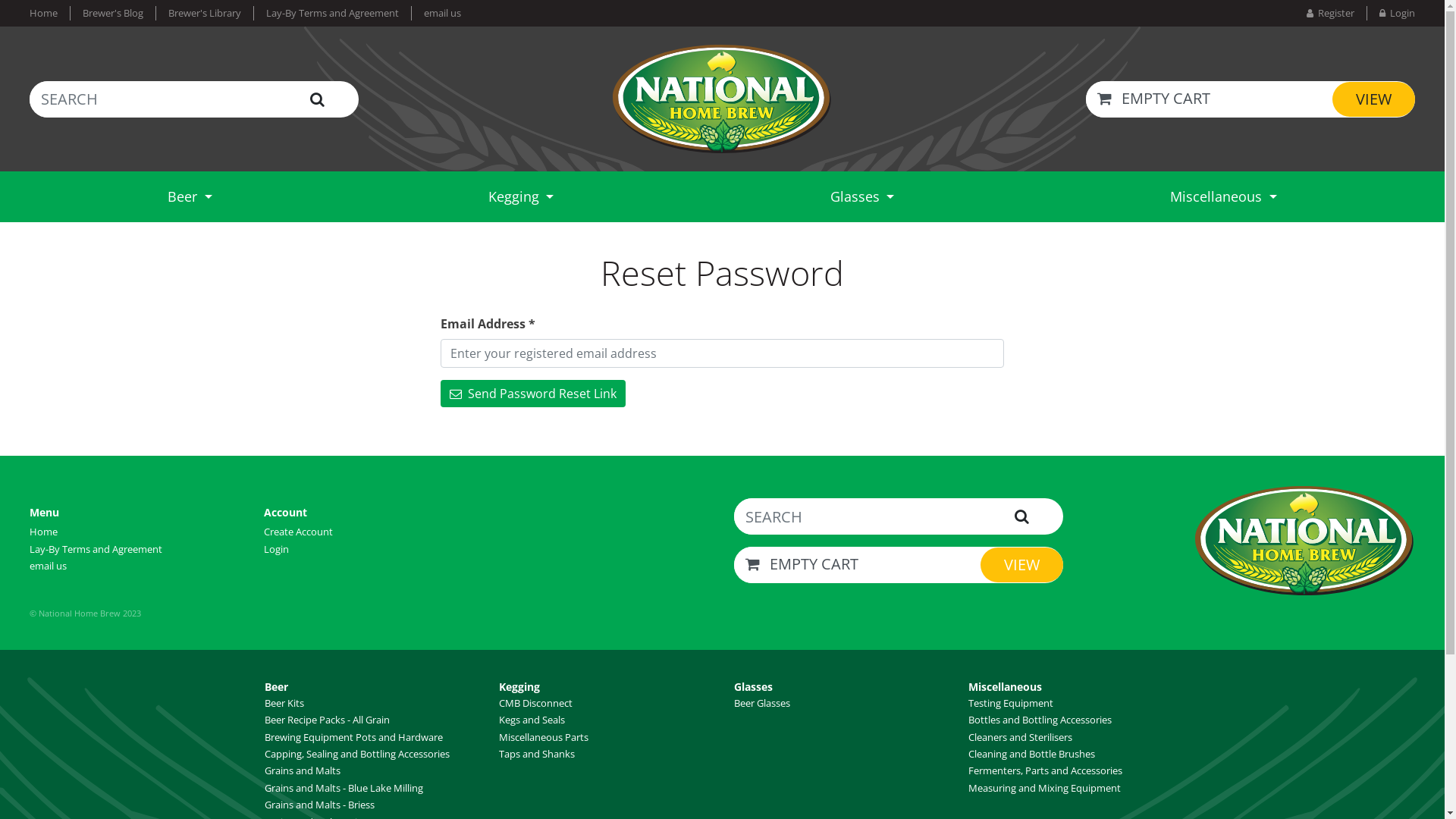 The height and width of the screenshot is (819, 1456). Describe the element at coordinates (1222, 195) in the screenshot. I see `'Miscellaneous'` at that location.